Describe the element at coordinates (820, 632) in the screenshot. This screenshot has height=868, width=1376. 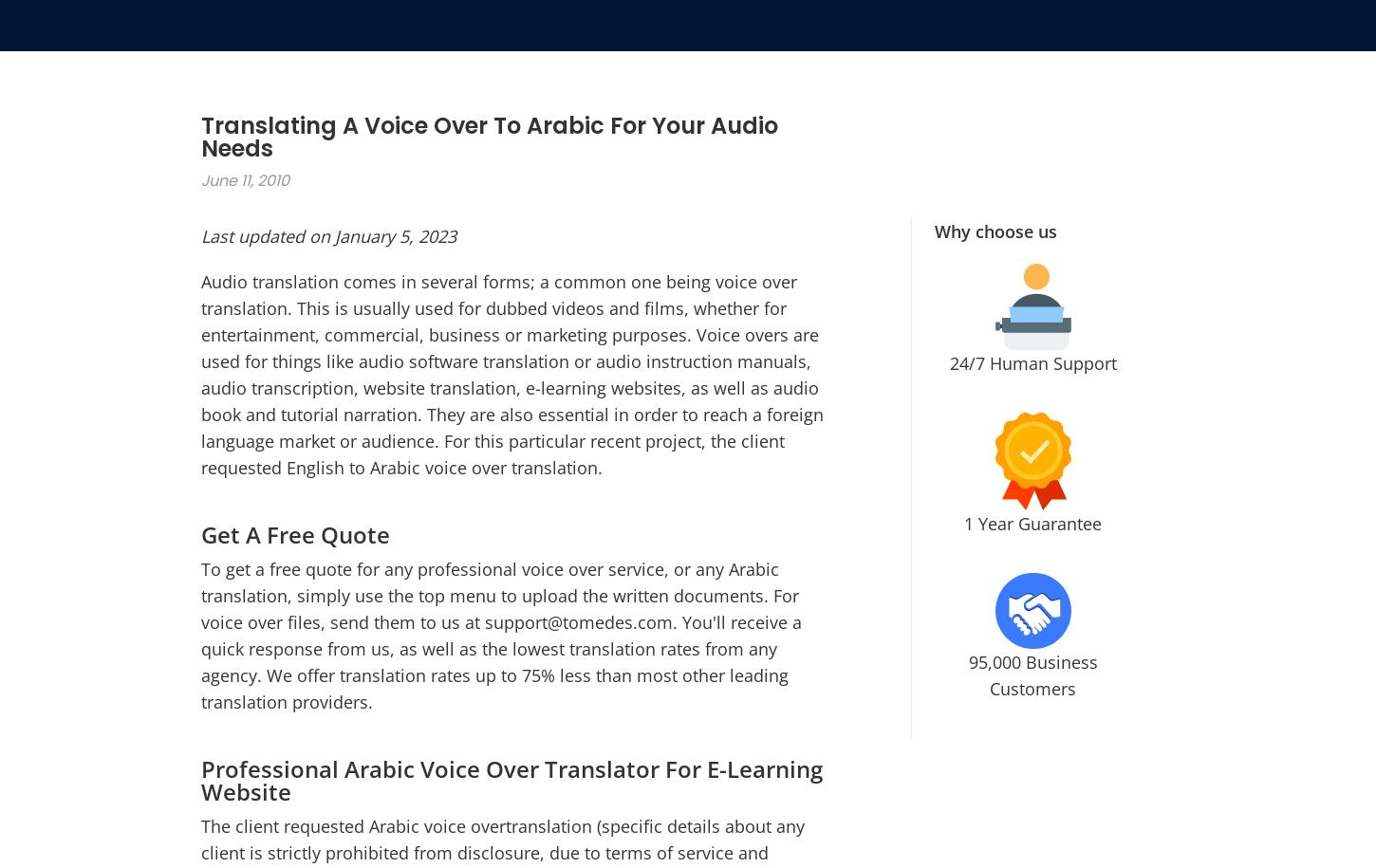
I see `'Travel & Tourism'` at that location.